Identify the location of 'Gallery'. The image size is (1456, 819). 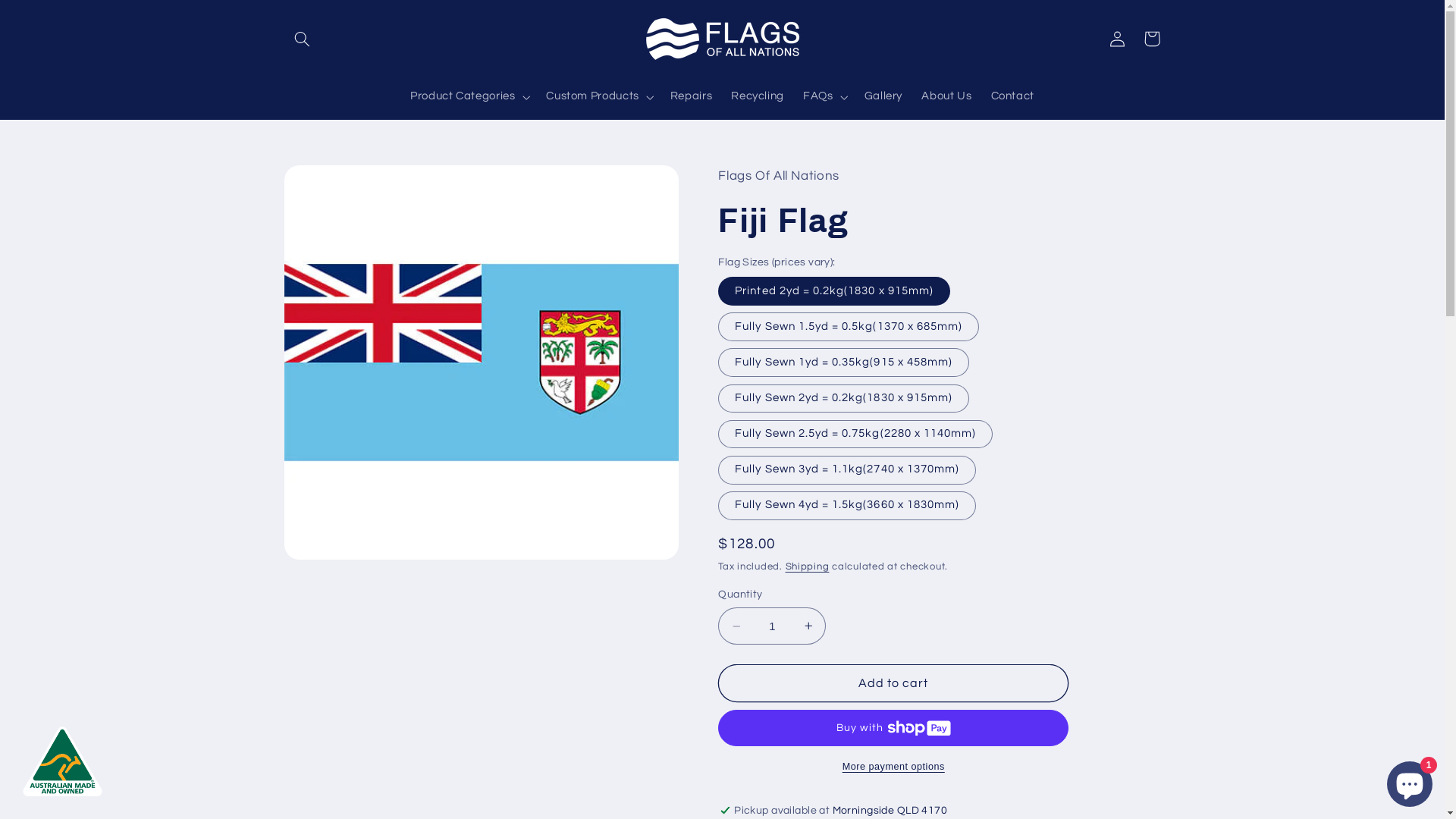
(855, 96).